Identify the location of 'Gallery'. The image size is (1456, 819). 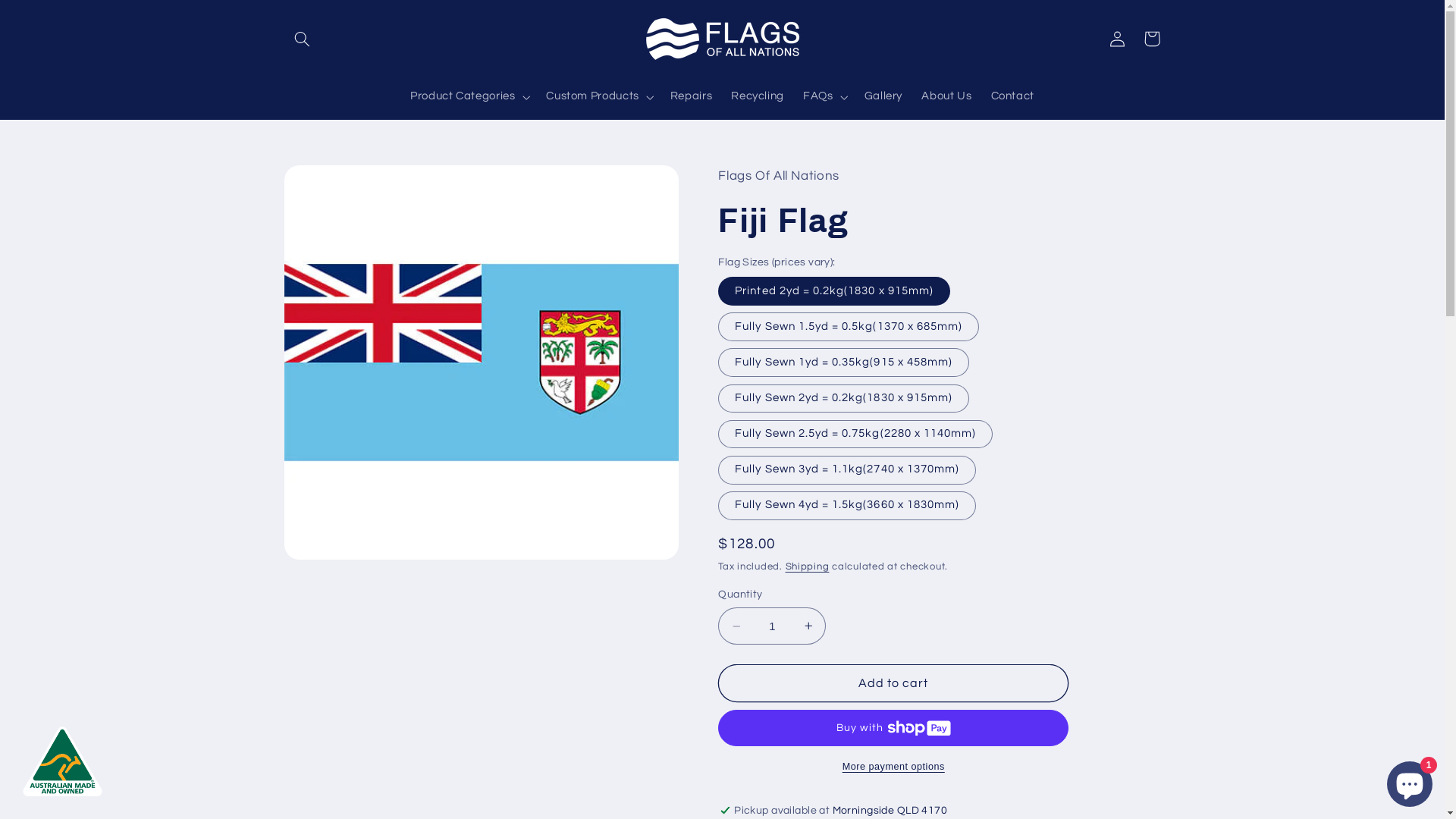
(855, 96).